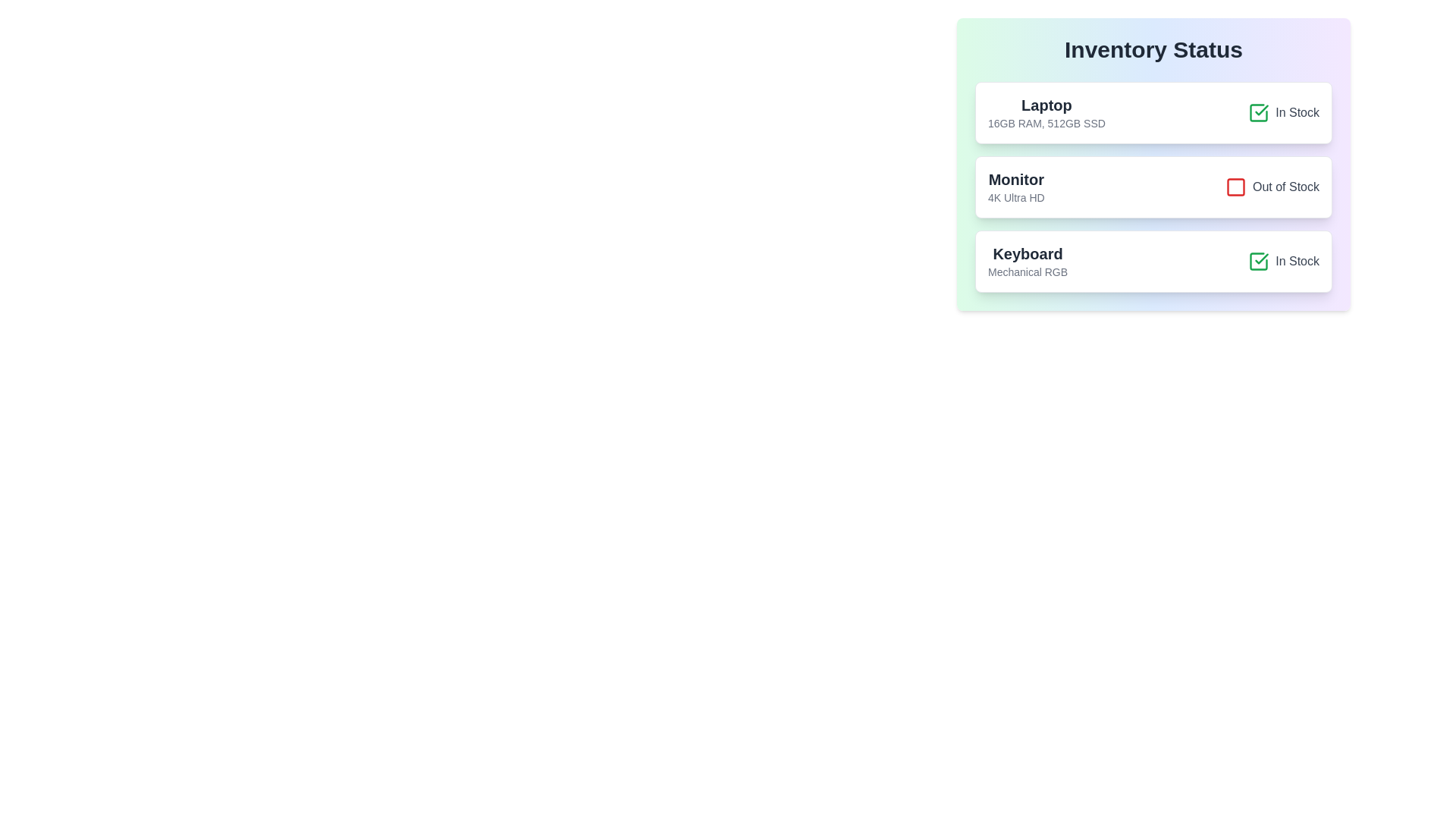 The height and width of the screenshot is (819, 1456). I want to click on the text label reading 'Mechanical RGB', which is styled in a smaller gray font and positioned directly below the 'Keyboard' text, so click(1028, 271).